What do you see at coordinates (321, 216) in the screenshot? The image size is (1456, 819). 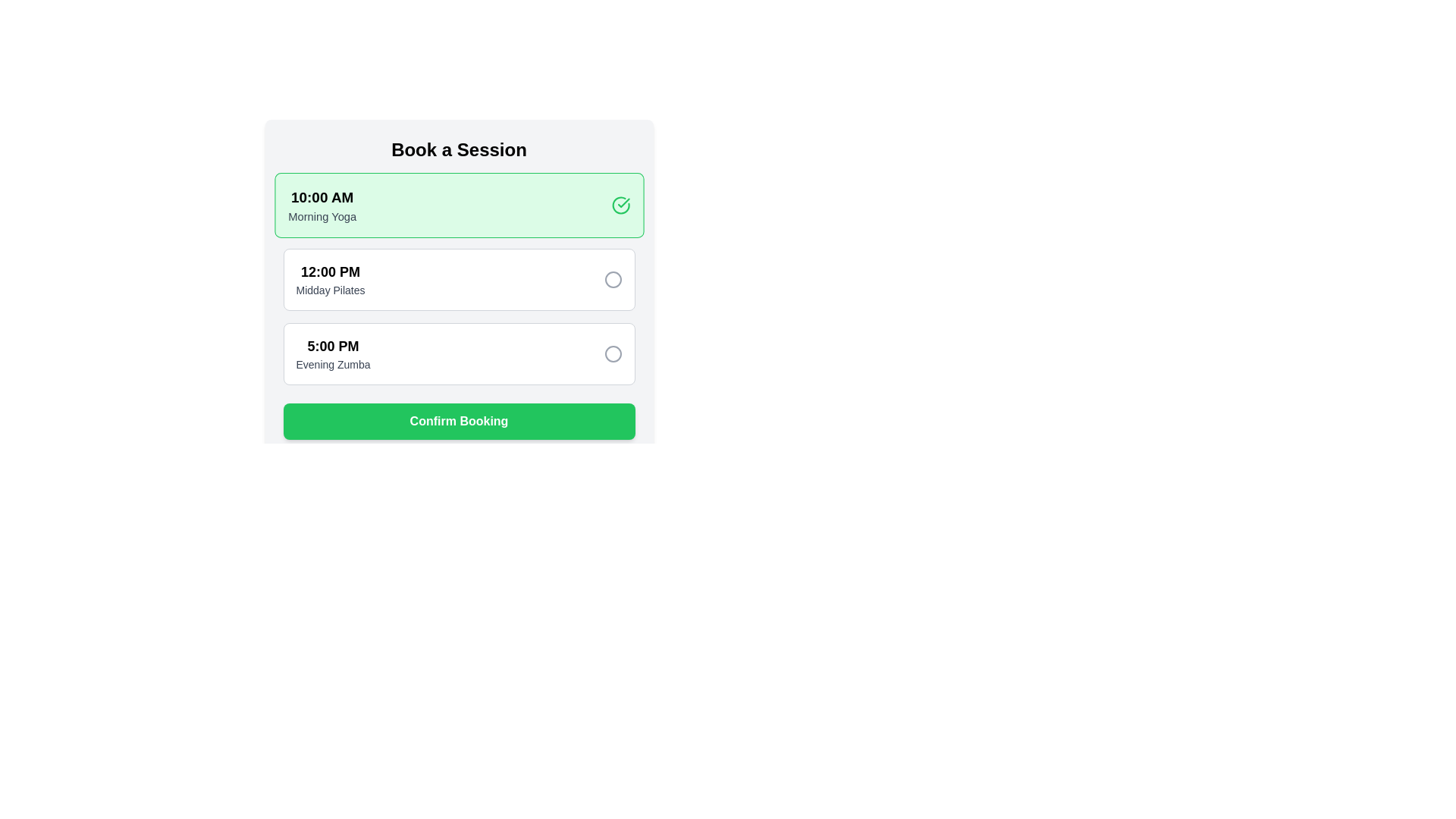 I see `'Morning Yoga' text label, which is styled with a smaller font size and gray color, located directly below the '10:00 AM' text in the selection card` at bounding box center [321, 216].